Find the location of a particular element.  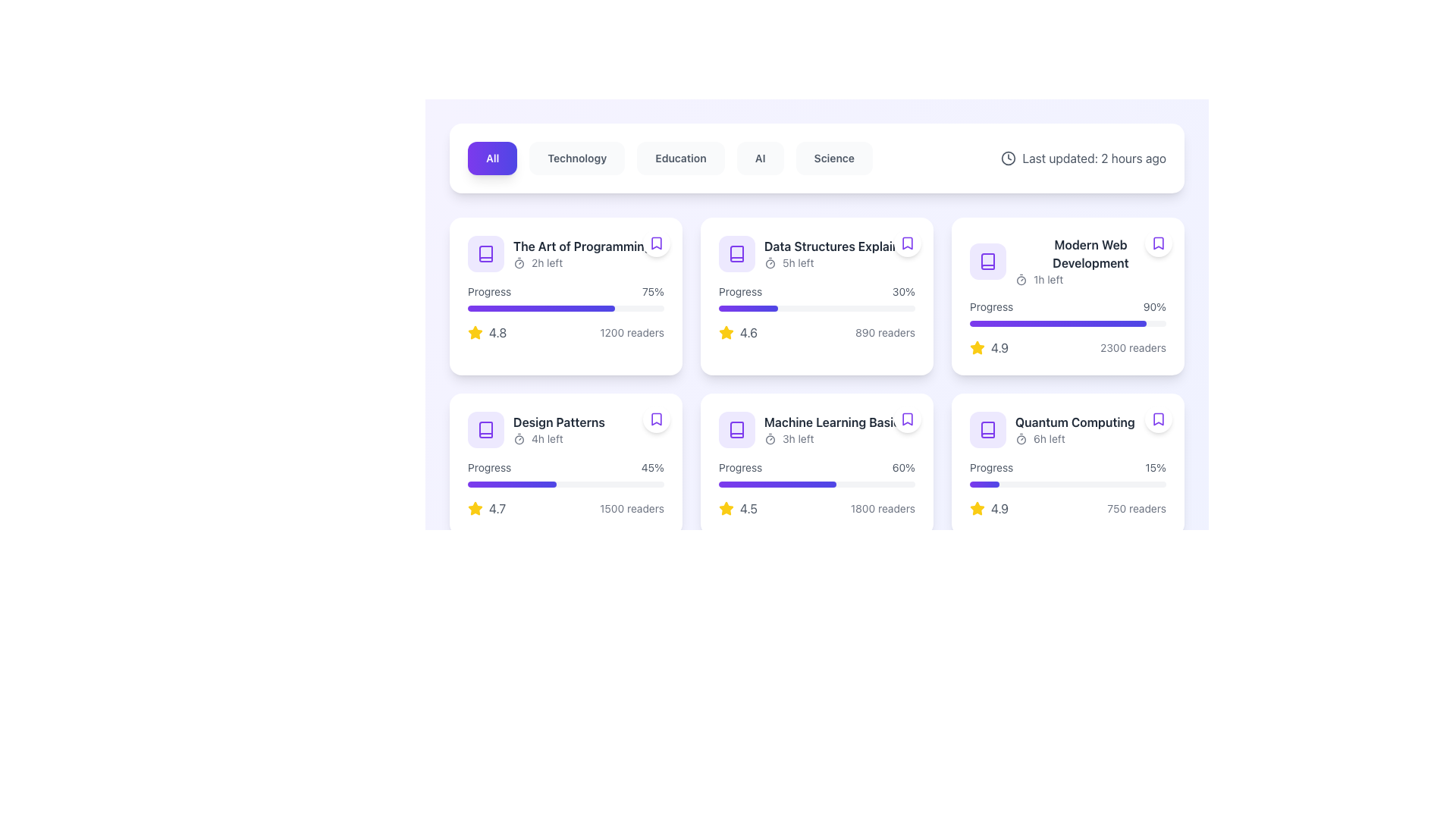

the progress bar element indicating the current progress of 60% for the 'Machine Learning Basics' course, which is styled with a gradient in violet and indigo hues and is located beneath the 'Progress' label is located at coordinates (816, 485).